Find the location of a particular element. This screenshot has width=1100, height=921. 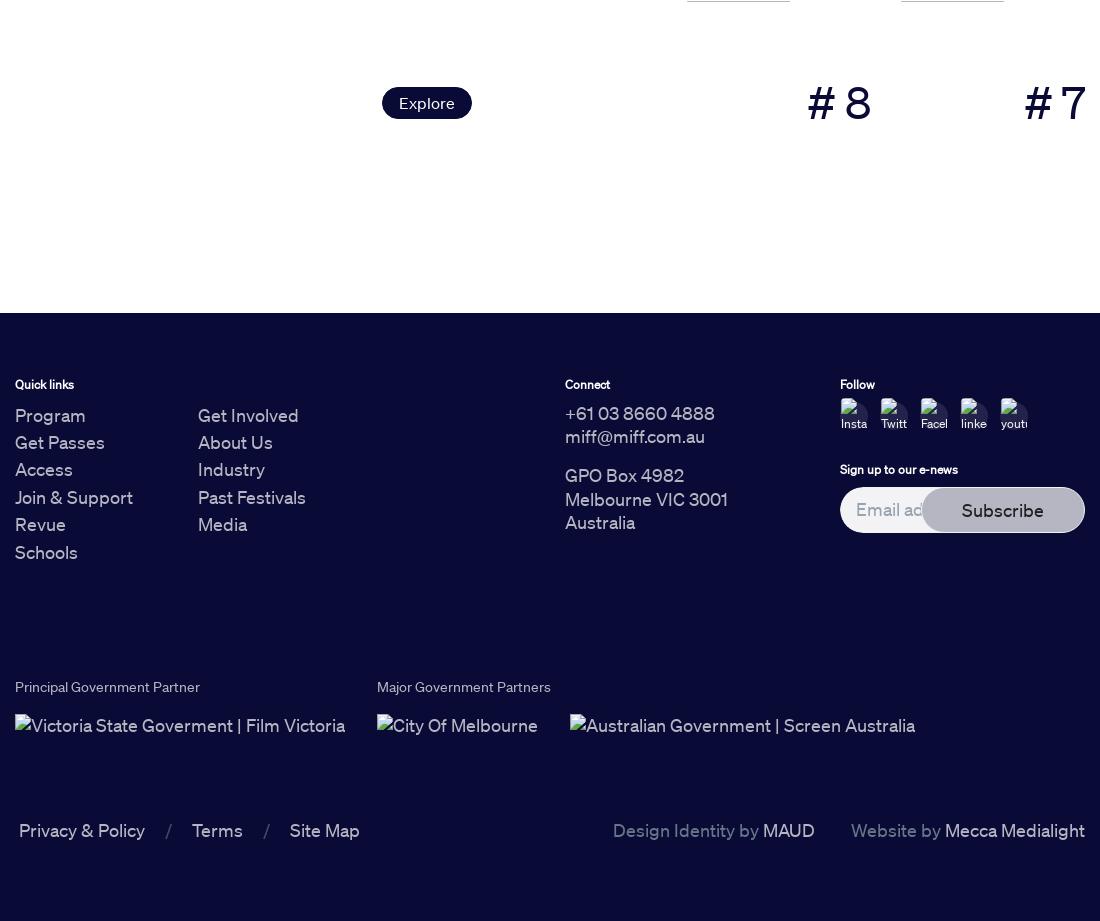

'Media' is located at coordinates (222, 522).